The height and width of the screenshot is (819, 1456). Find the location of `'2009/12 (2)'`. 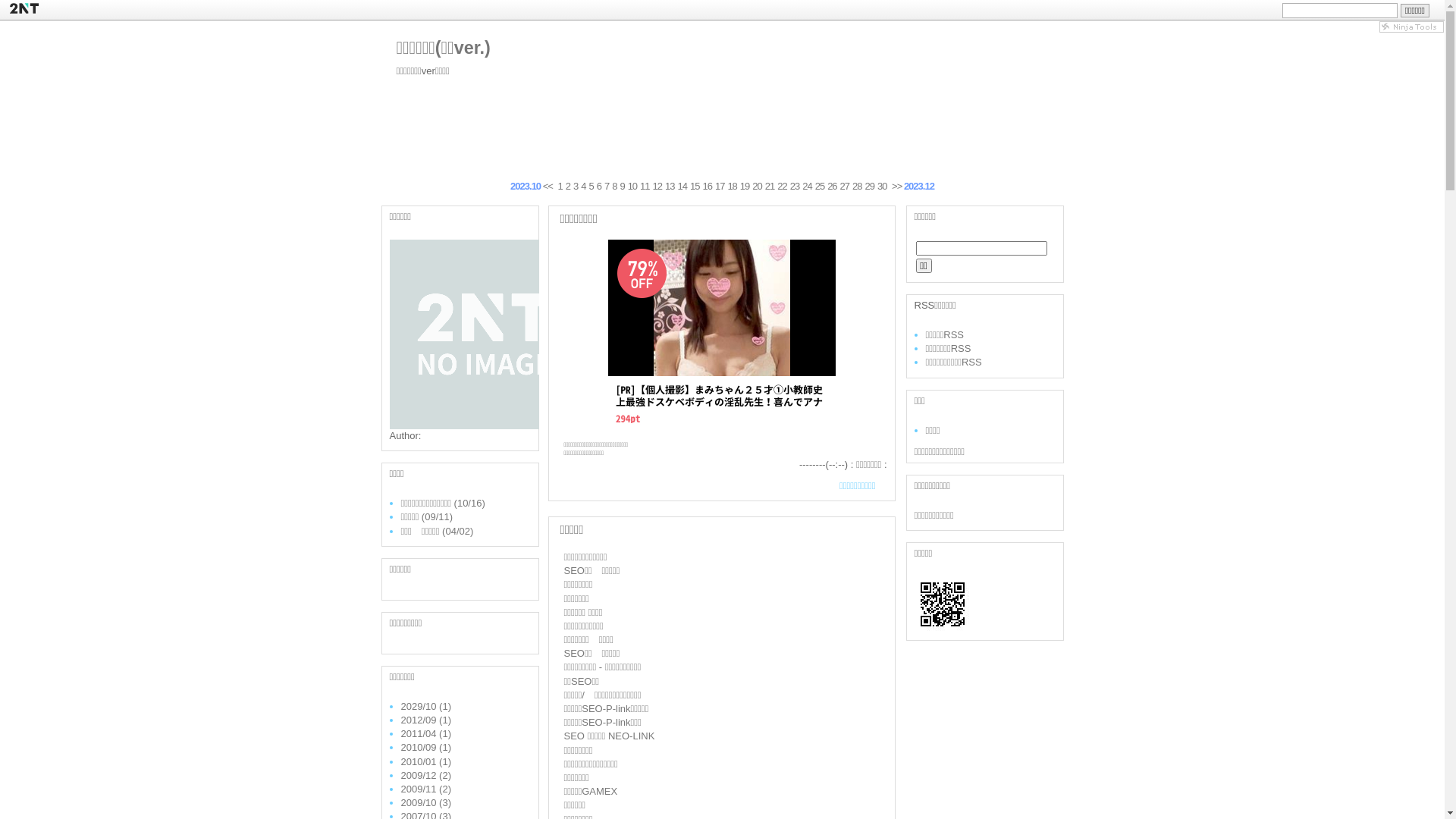

'2009/12 (2)' is located at coordinates (425, 775).